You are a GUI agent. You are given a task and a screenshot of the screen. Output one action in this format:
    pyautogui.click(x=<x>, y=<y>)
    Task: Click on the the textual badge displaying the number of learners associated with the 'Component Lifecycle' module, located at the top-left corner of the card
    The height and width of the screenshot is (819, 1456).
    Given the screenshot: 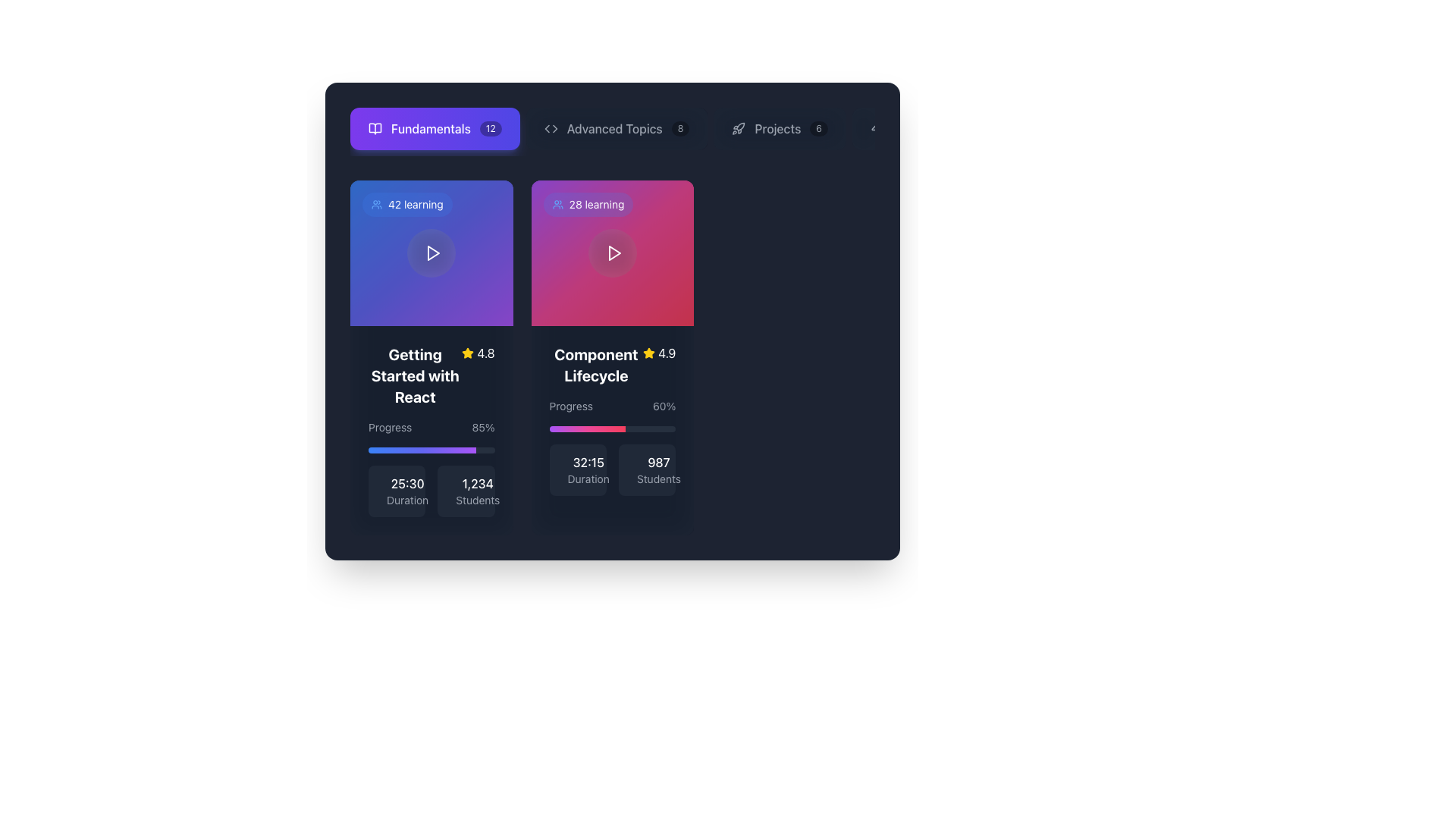 What is the action you would take?
    pyautogui.click(x=588, y=205)
    